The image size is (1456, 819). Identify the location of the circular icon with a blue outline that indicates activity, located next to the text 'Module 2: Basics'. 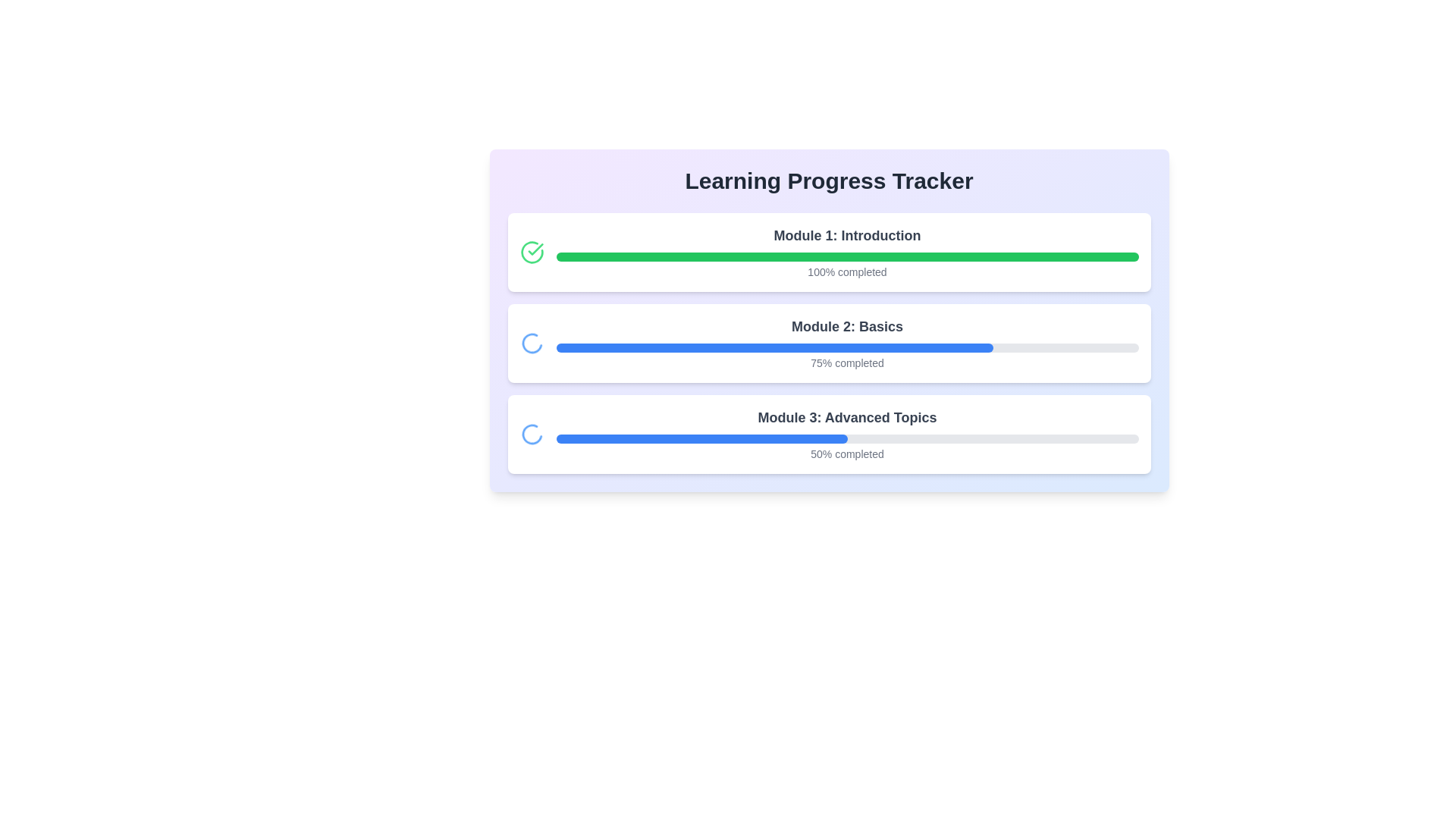
(532, 343).